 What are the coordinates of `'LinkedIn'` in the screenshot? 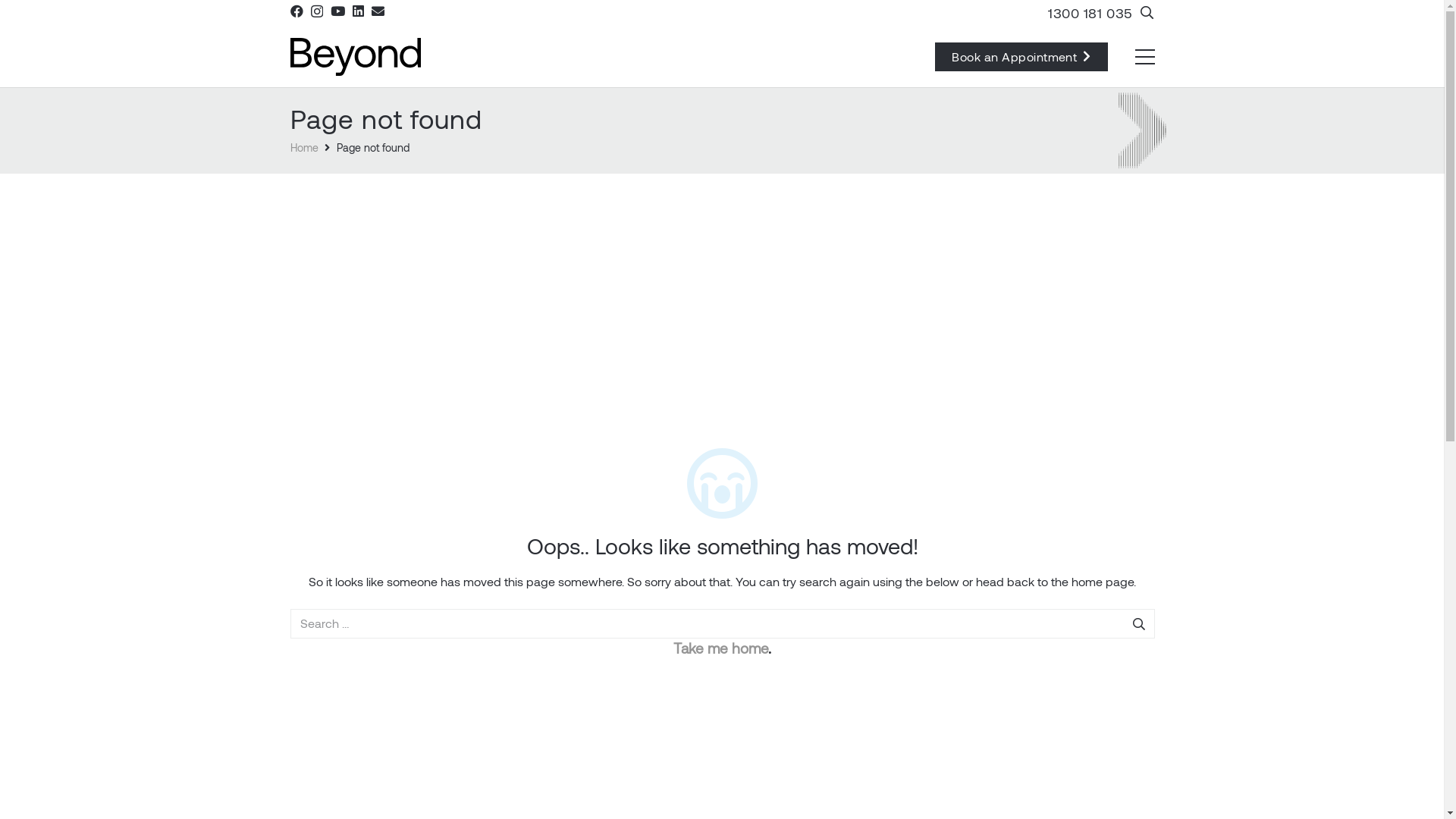 It's located at (846, 662).